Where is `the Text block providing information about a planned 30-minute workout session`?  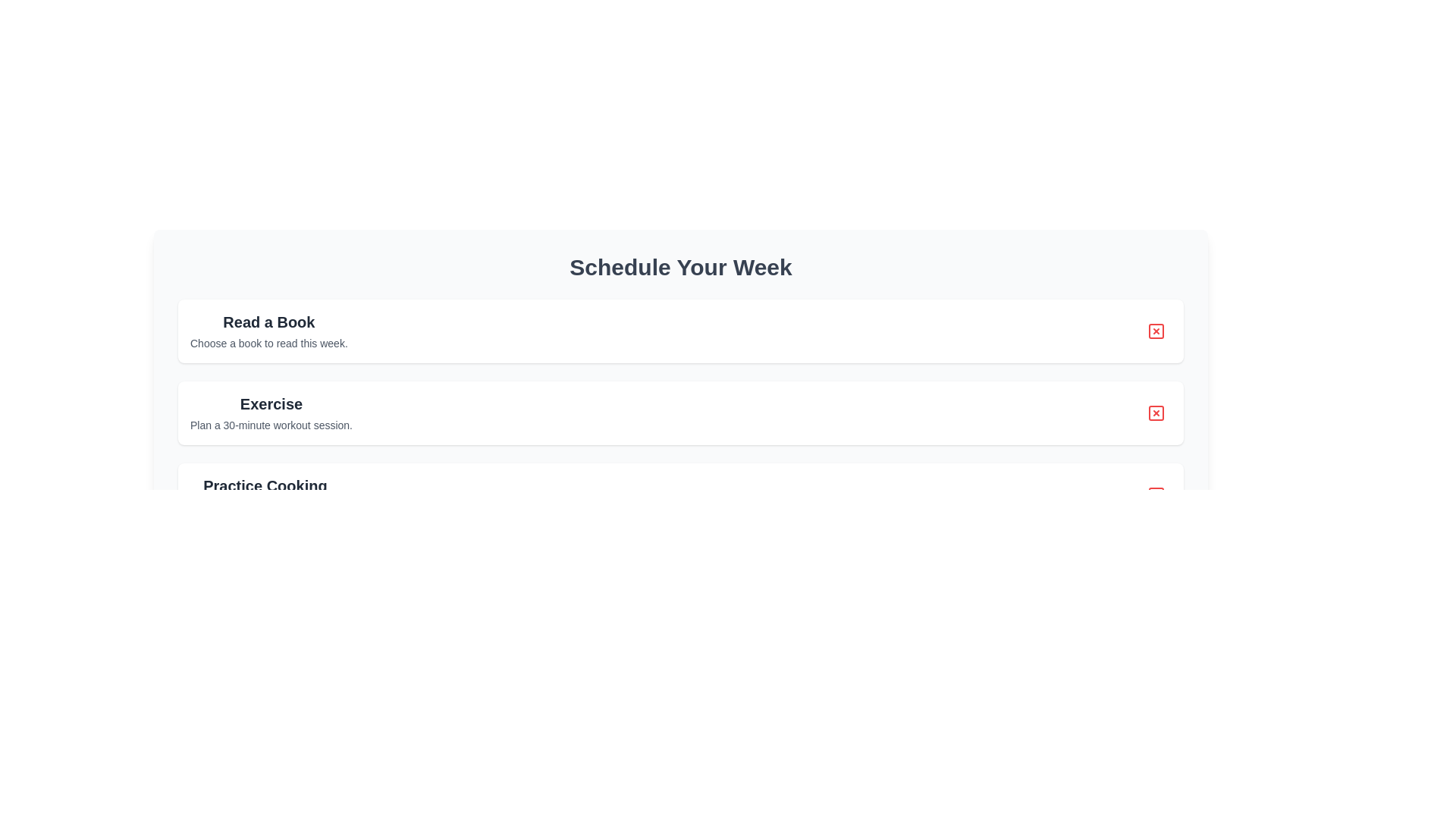
the Text block providing information about a planned 30-minute workout session is located at coordinates (271, 413).